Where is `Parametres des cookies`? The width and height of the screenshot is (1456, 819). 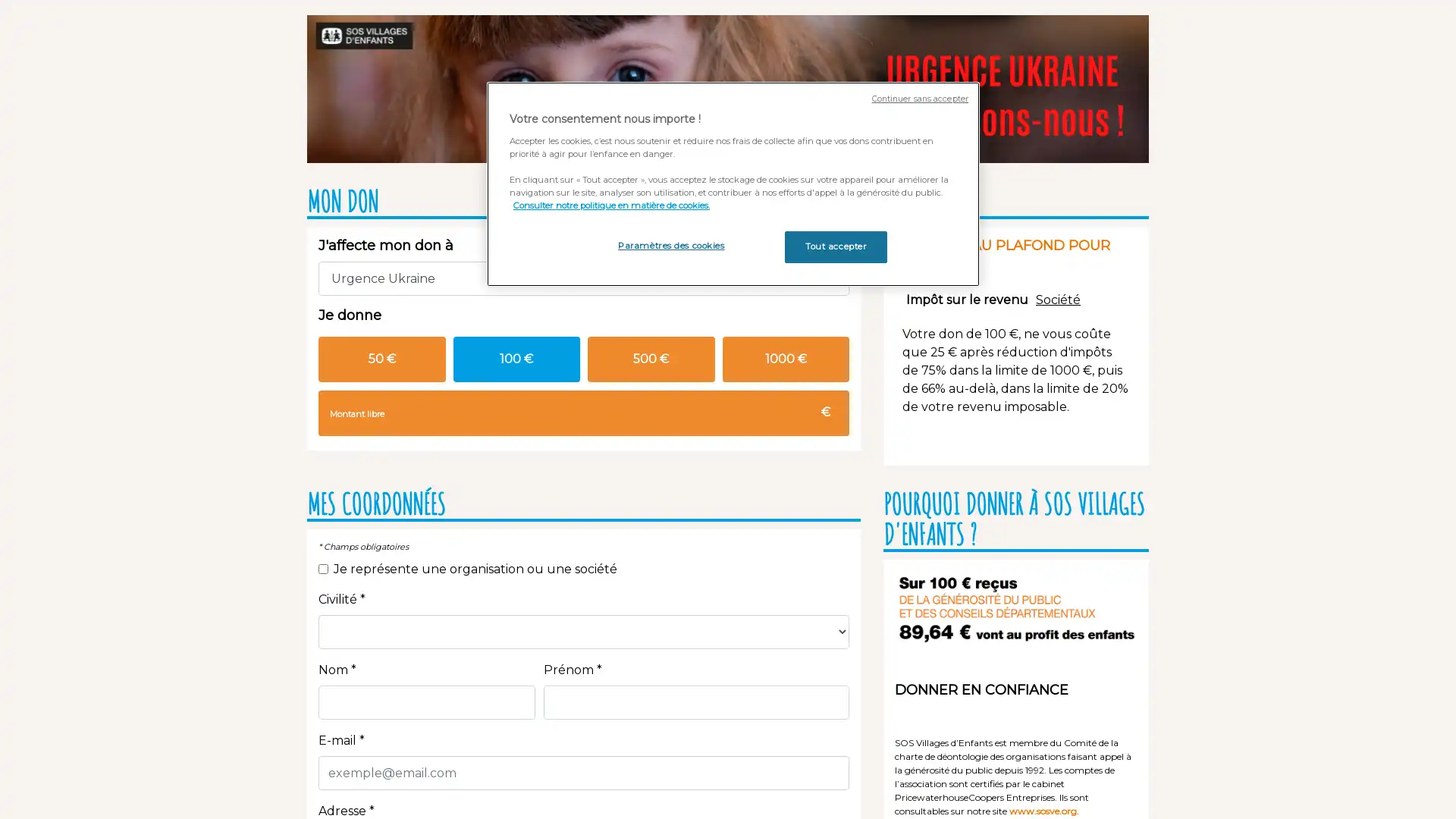 Parametres des cookies is located at coordinates (670, 245).